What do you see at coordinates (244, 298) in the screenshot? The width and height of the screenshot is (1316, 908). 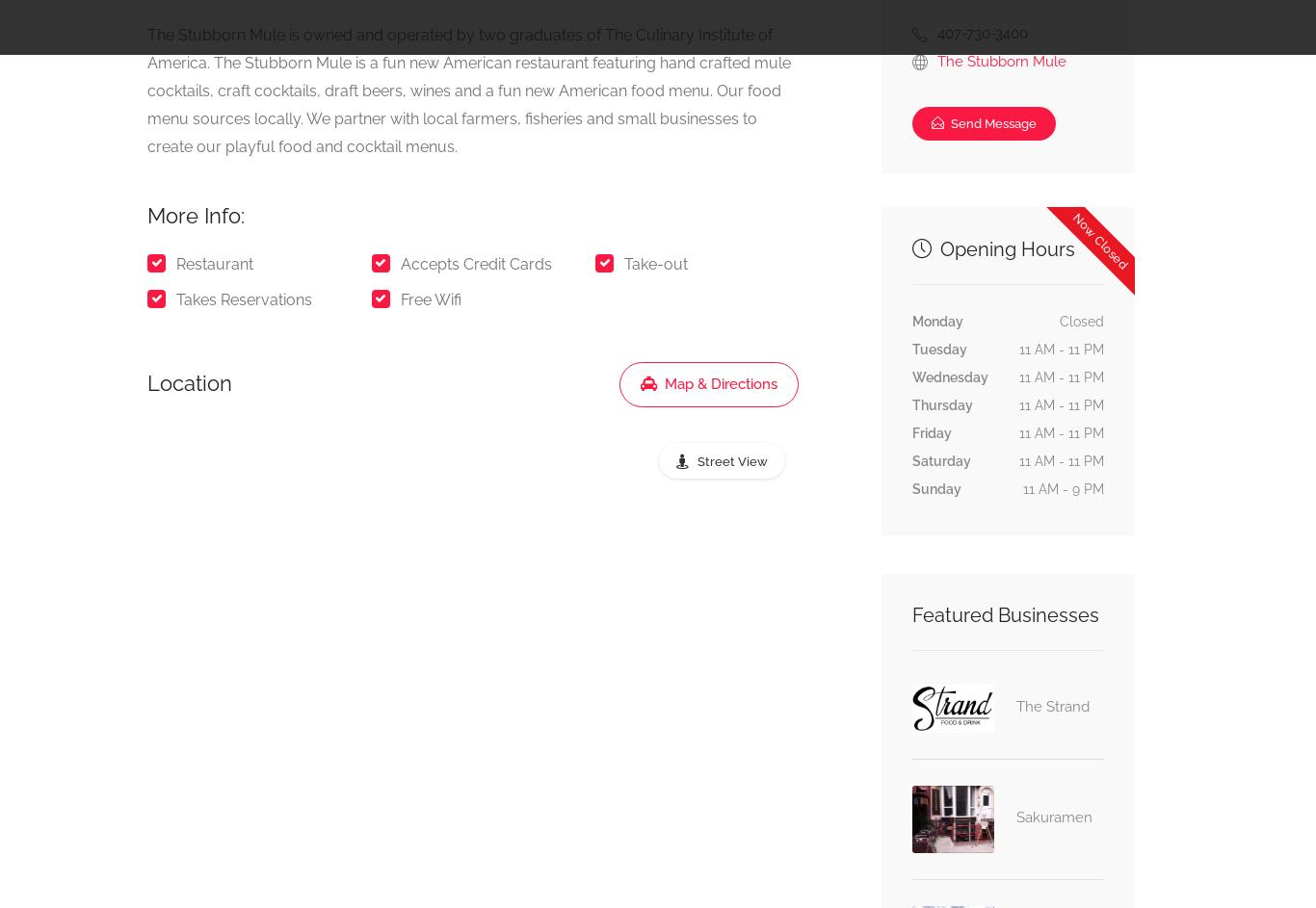 I see `'Takes Reservations'` at bounding box center [244, 298].